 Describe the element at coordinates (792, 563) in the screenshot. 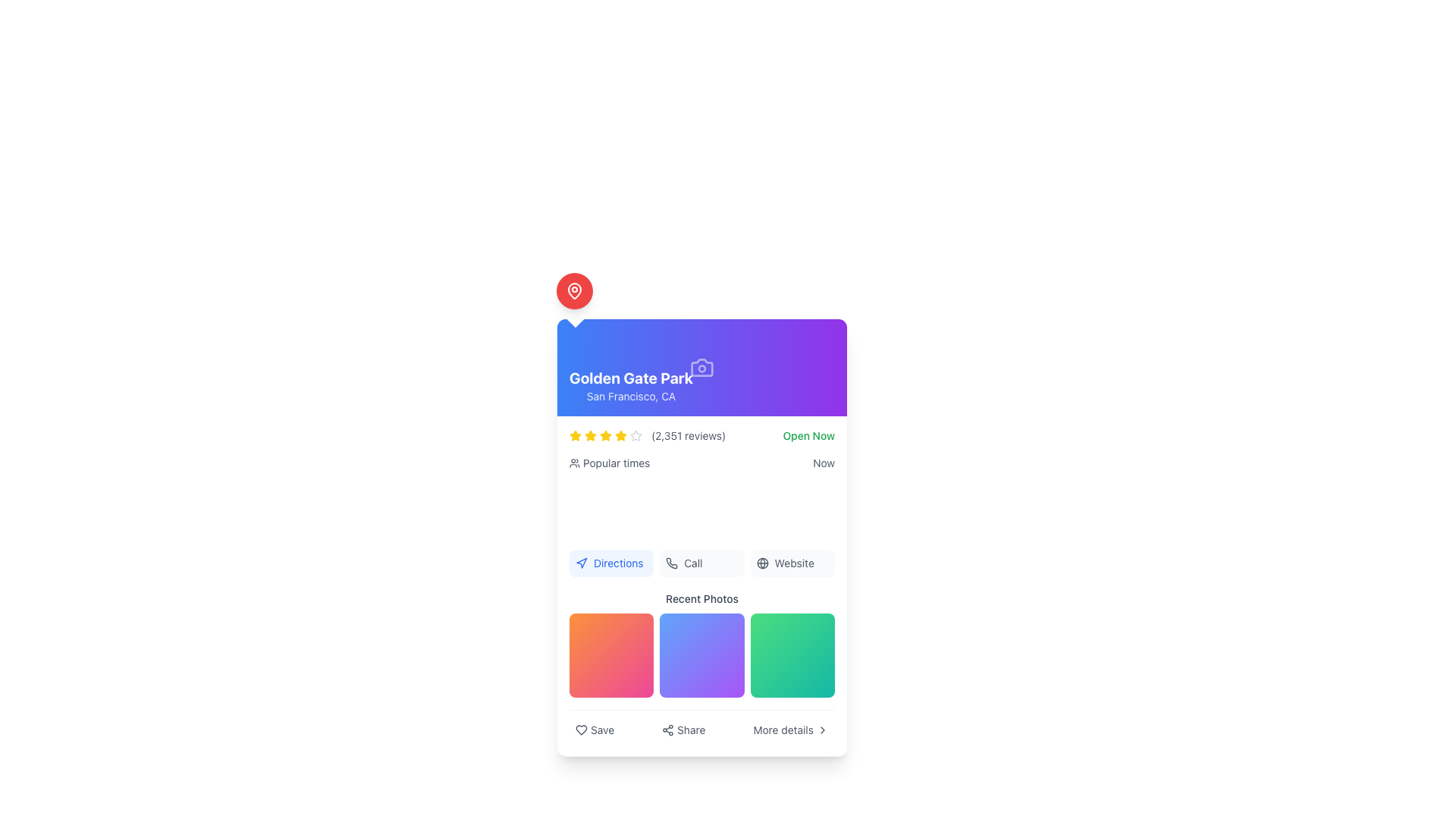

I see `the 'Website' button, which is the third button in a row of three buttons beneath the header section, styled with a light gray background and a globe icon to the left` at that location.